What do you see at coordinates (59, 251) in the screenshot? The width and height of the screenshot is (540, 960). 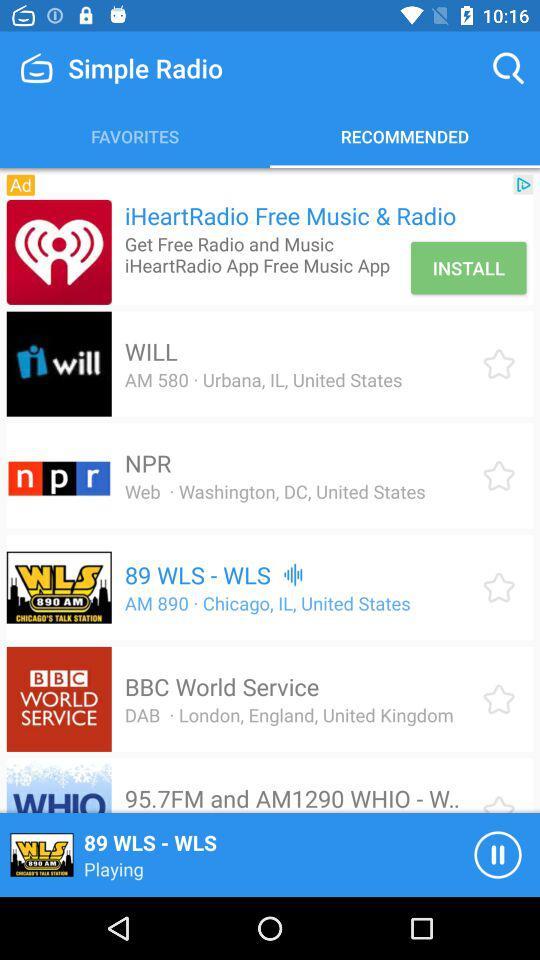 I see `logo and link for iheartradio` at bounding box center [59, 251].